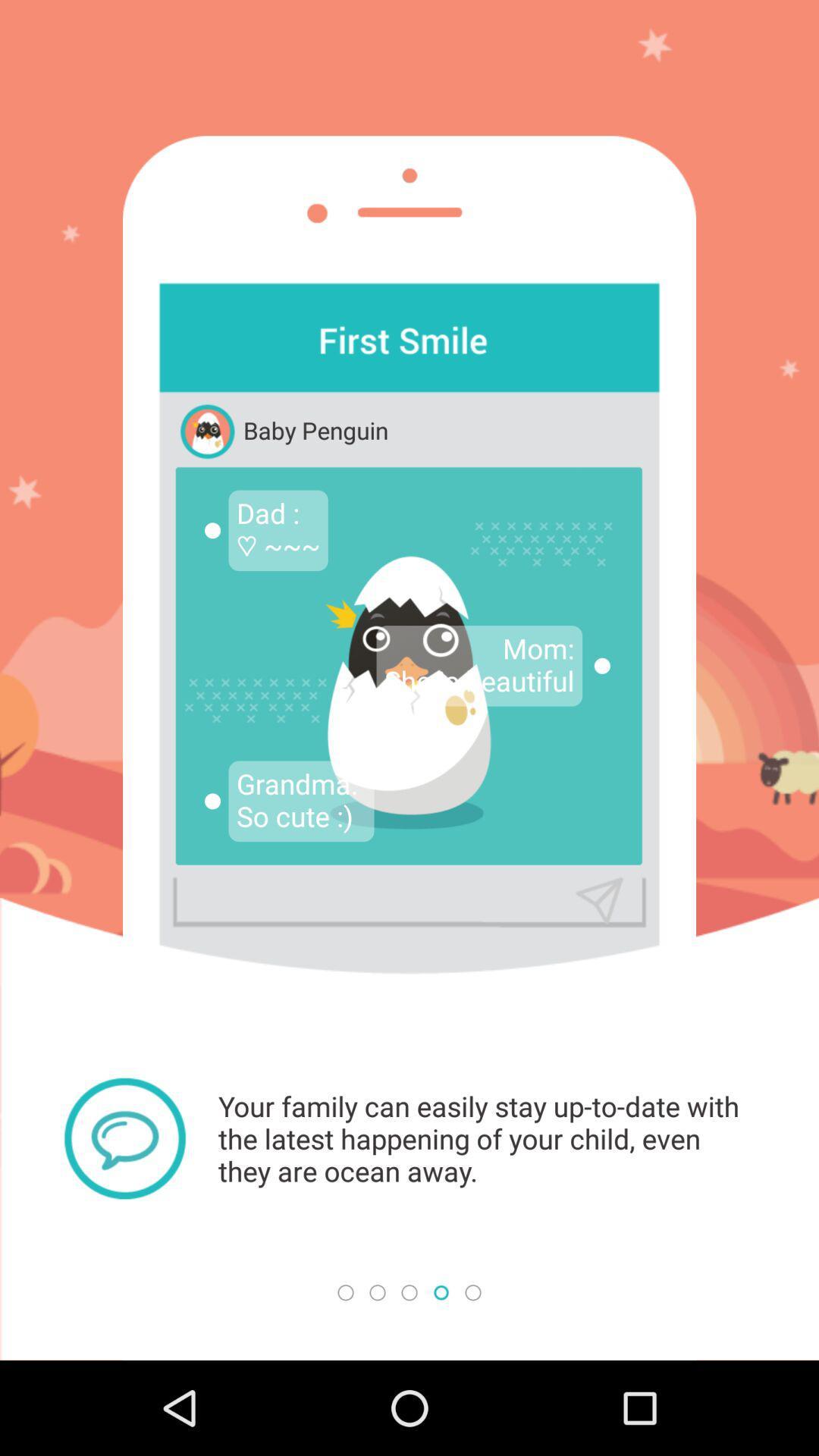 This screenshot has width=819, height=1456. What do you see at coordinates (598, 901) in the screenshot?
I see `send icon` at bounding box center [598, 901].